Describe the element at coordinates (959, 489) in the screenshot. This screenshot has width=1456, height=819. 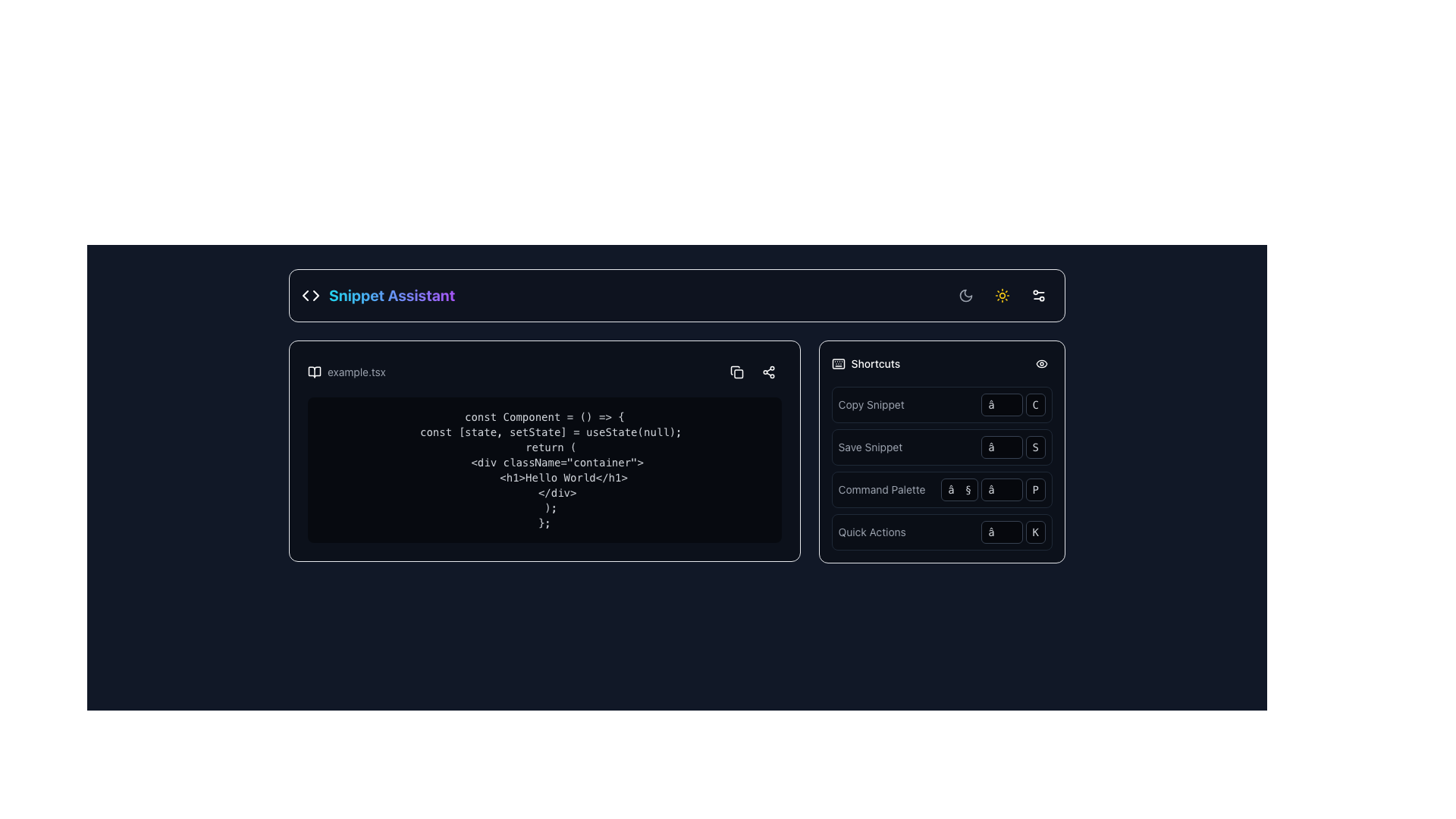
I see `the first rectangular button with a dark background and light gray text 'â§' located in the bottom-right corner of the application interface` at that location.